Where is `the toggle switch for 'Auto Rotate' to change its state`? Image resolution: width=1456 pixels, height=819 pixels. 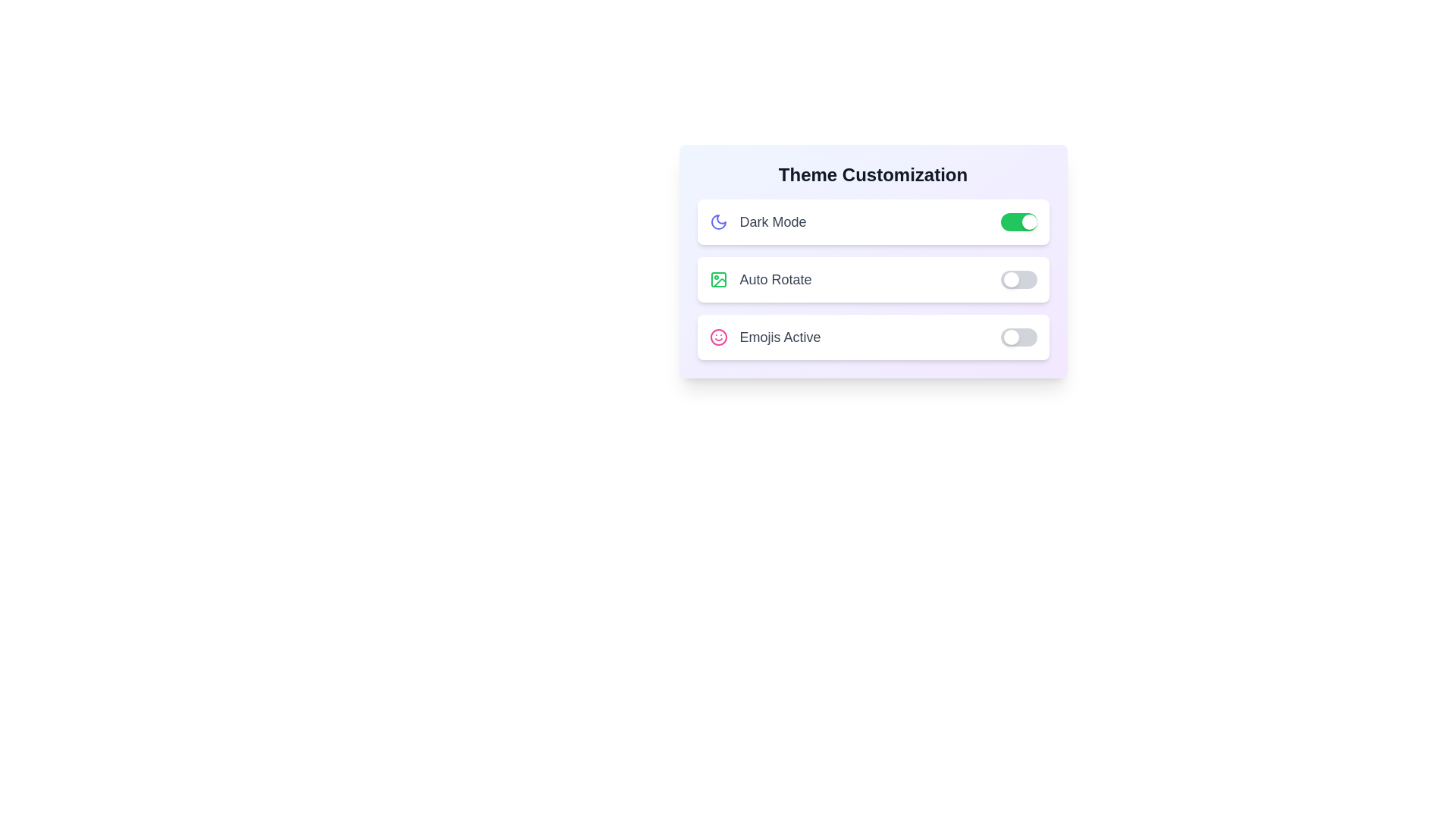
the toggle switch for 'Auto Rotate' to change its state is located at coordinates (873, 260).